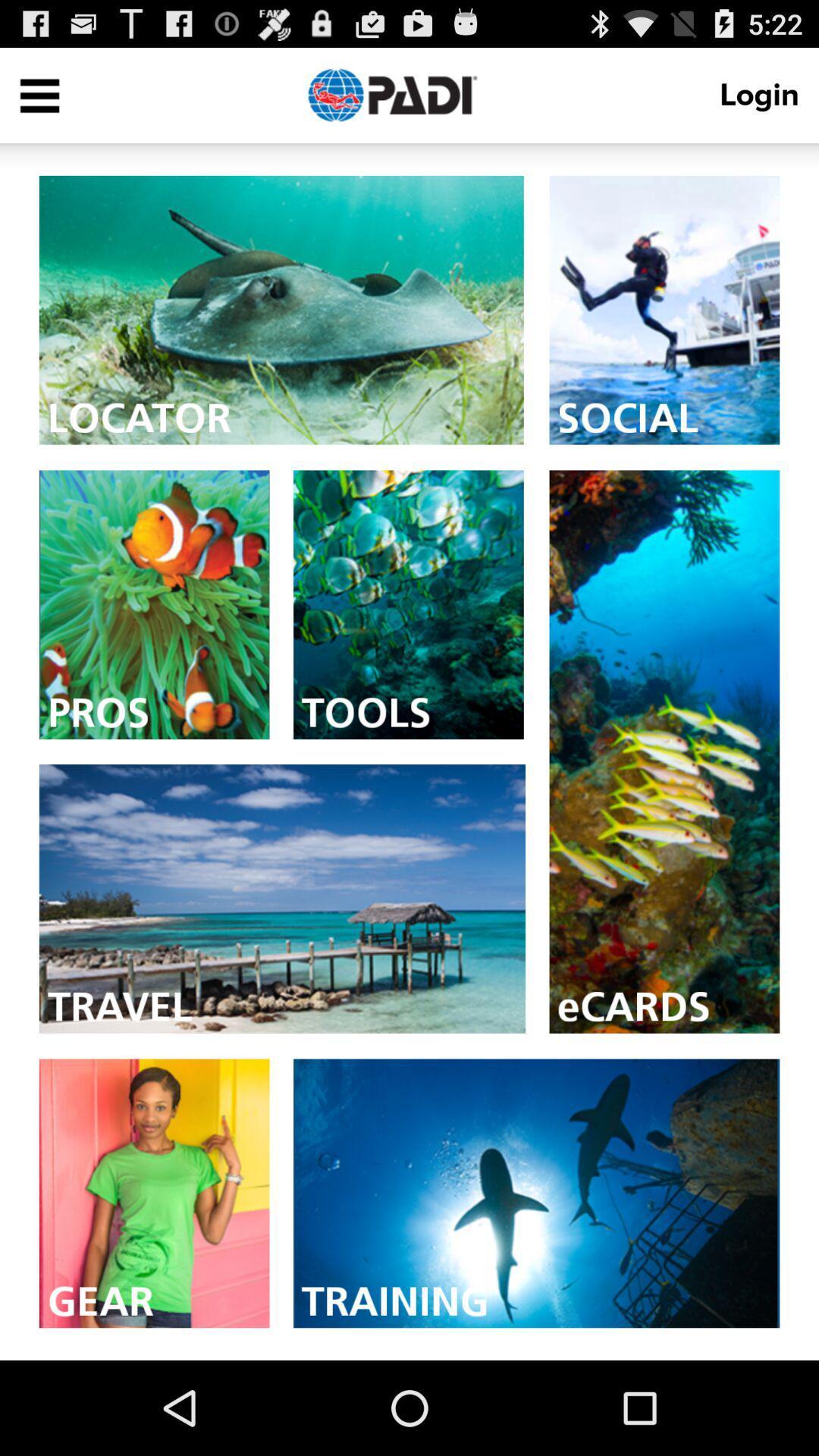 The width and height of the screenshot is (819, 1456). Describe the element at coordinates (535, 1192) in the screenshot. I see `more information` at that location.